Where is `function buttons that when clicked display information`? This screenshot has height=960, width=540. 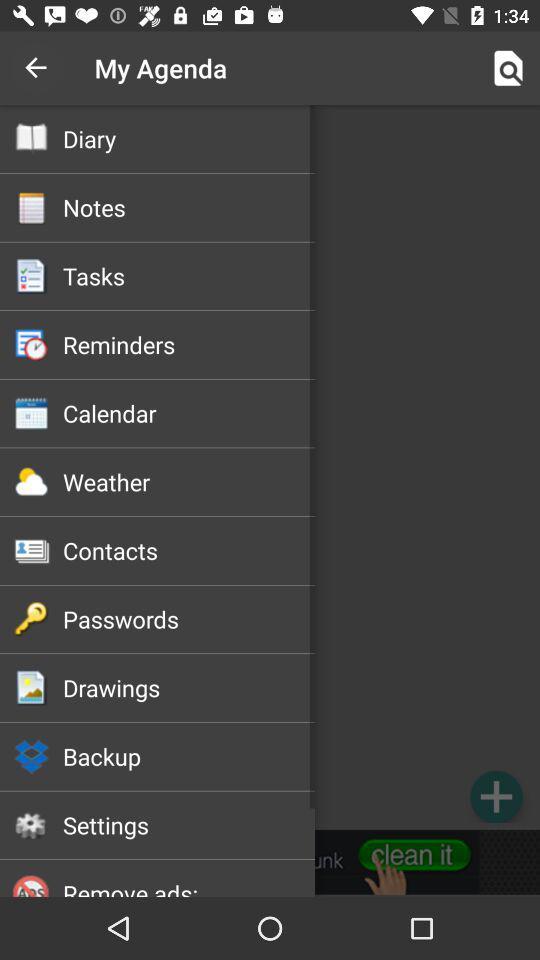
function buttons that when clicked display information is located at coordinates (270, 467).